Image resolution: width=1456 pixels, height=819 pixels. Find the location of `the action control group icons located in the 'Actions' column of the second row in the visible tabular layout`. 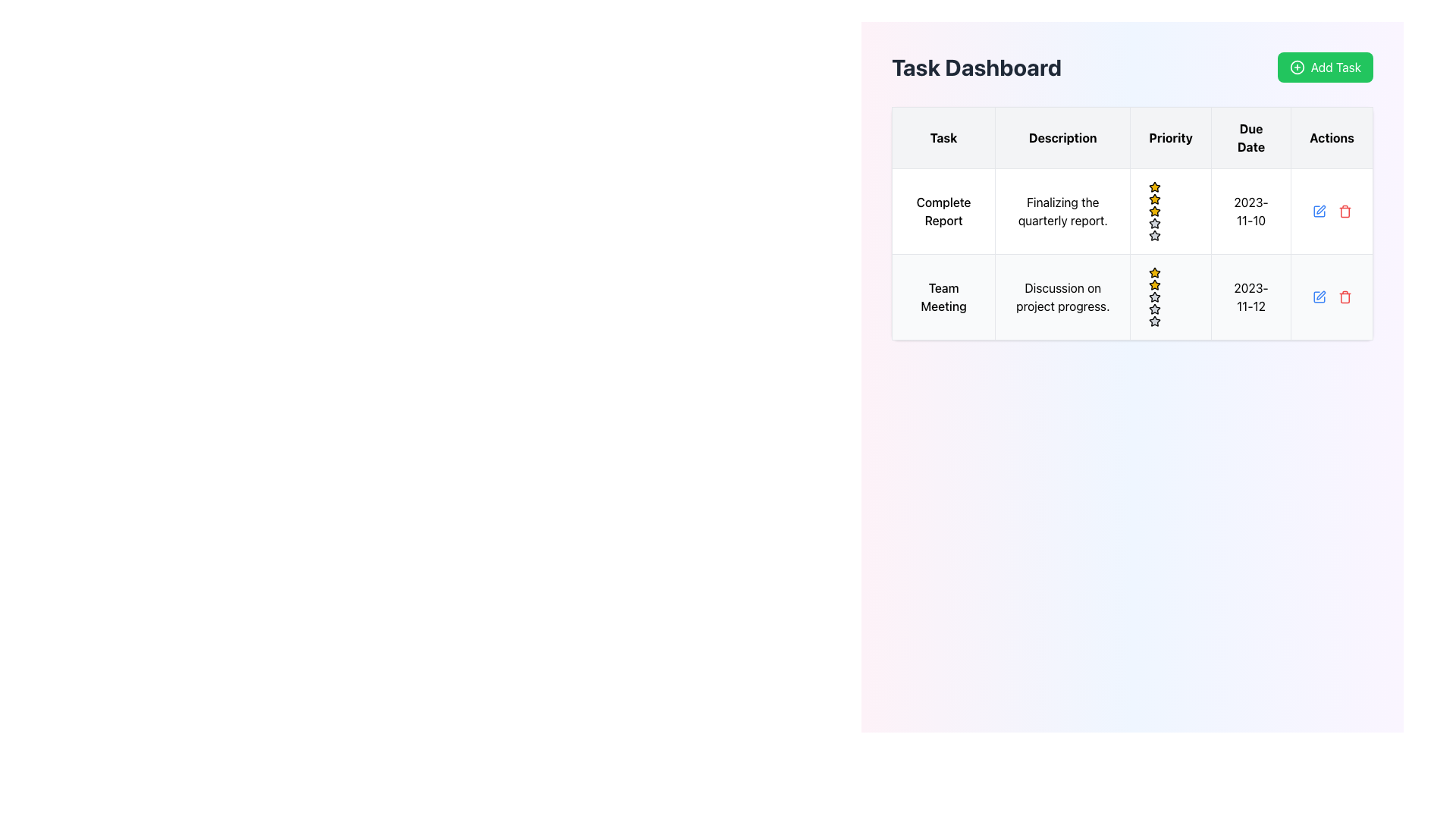

the action control group icons located in the 'Actions' column of the second row in the visible tabular layout is located at coordinates (1331, 297).